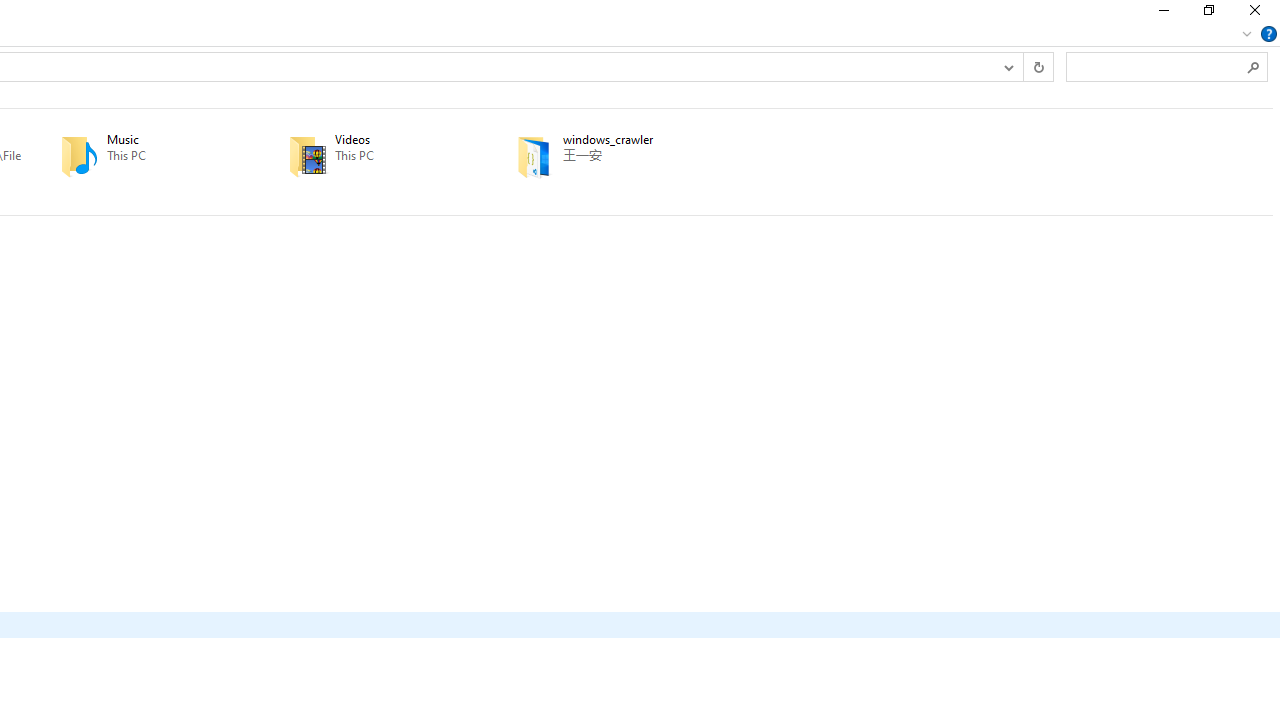 This screenshot has height=720, width=1280. Describe the element at coordinates (535, 154) in the screenshot. I see `'Class: UIImage'` at that location.